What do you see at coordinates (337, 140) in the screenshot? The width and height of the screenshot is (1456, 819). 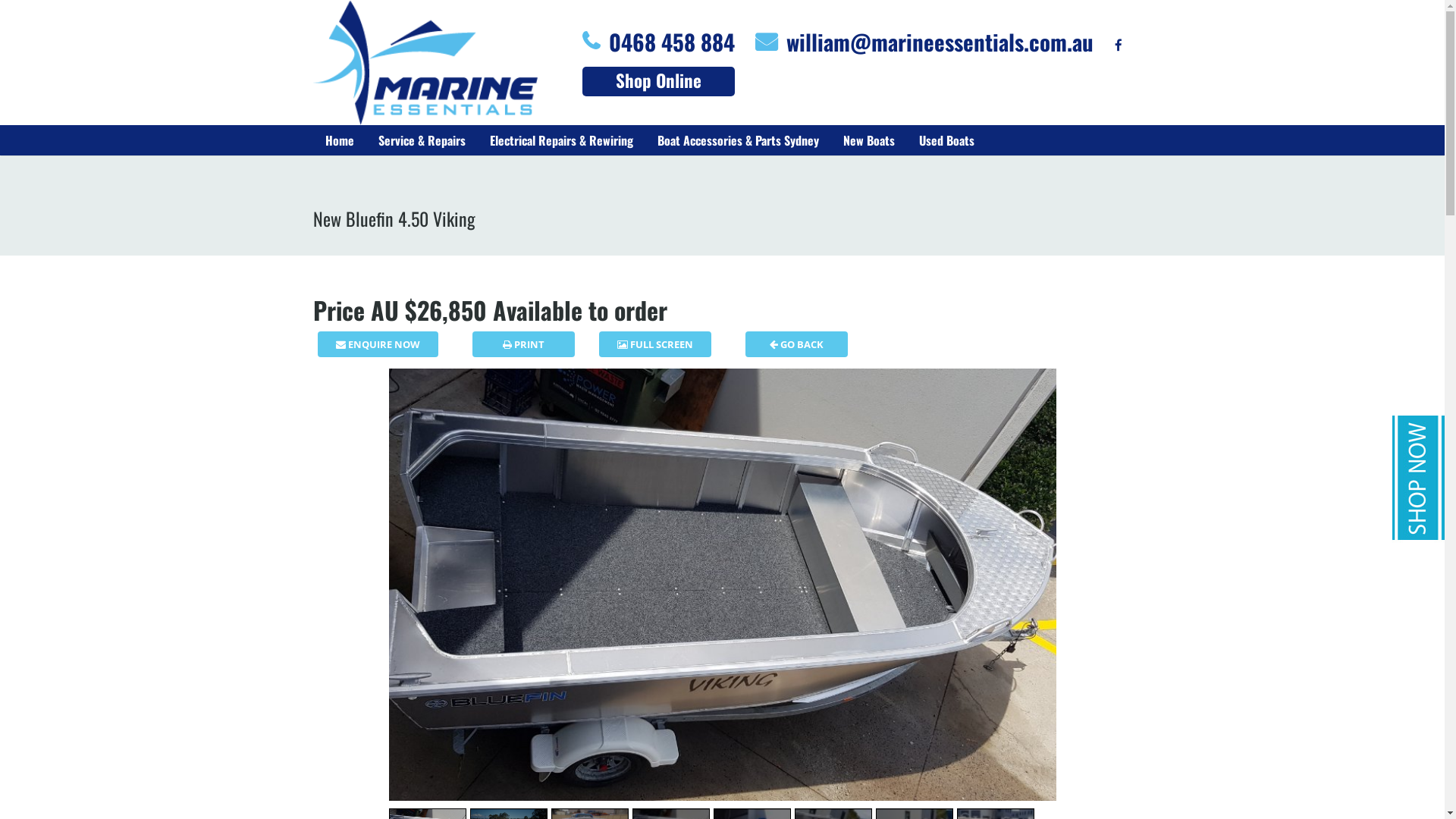 I see `'Home'` at bounding box center [337, 140].